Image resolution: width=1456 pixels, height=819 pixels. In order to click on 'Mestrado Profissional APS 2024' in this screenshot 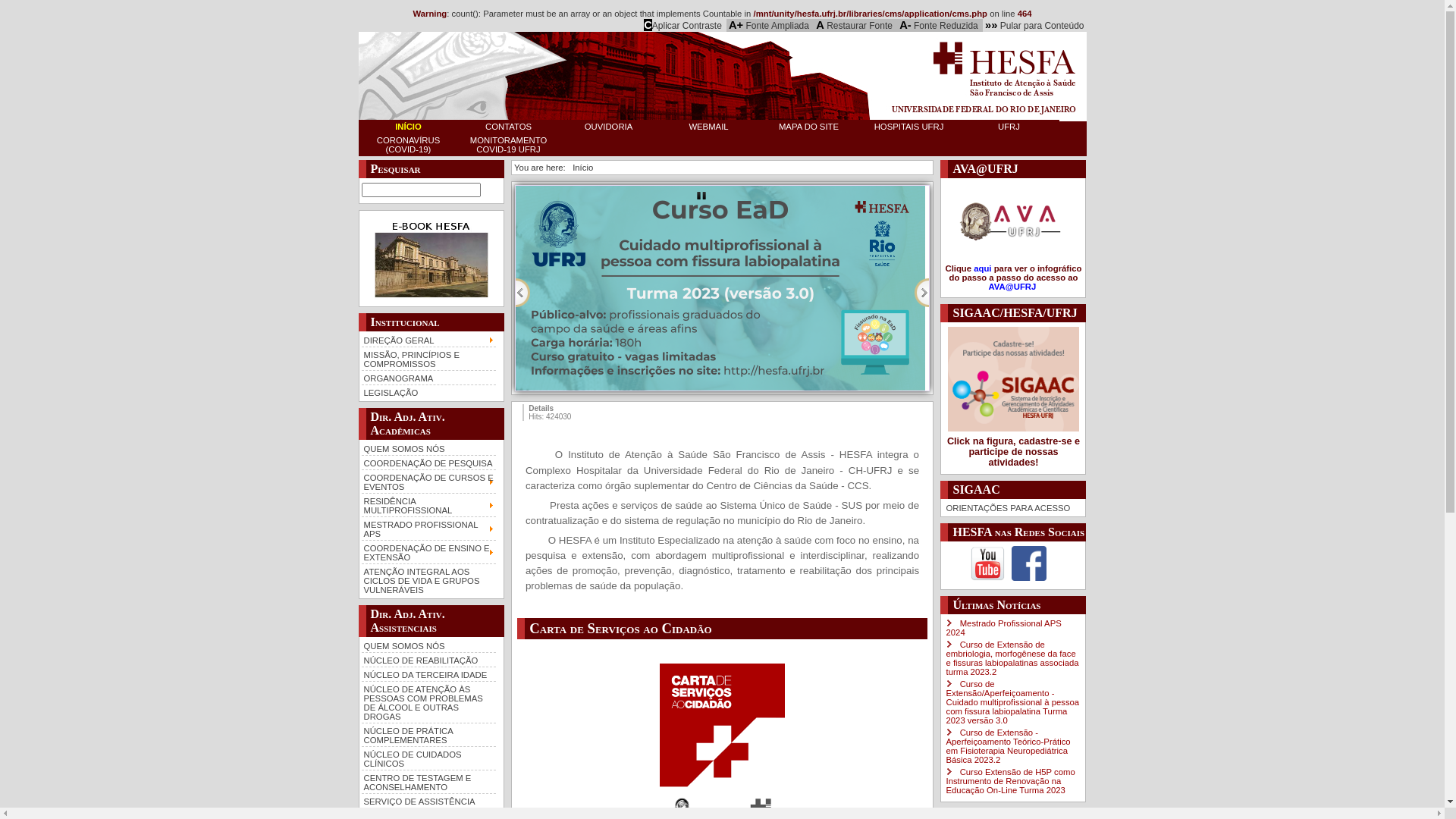, I will do `click(1003, 628)`.